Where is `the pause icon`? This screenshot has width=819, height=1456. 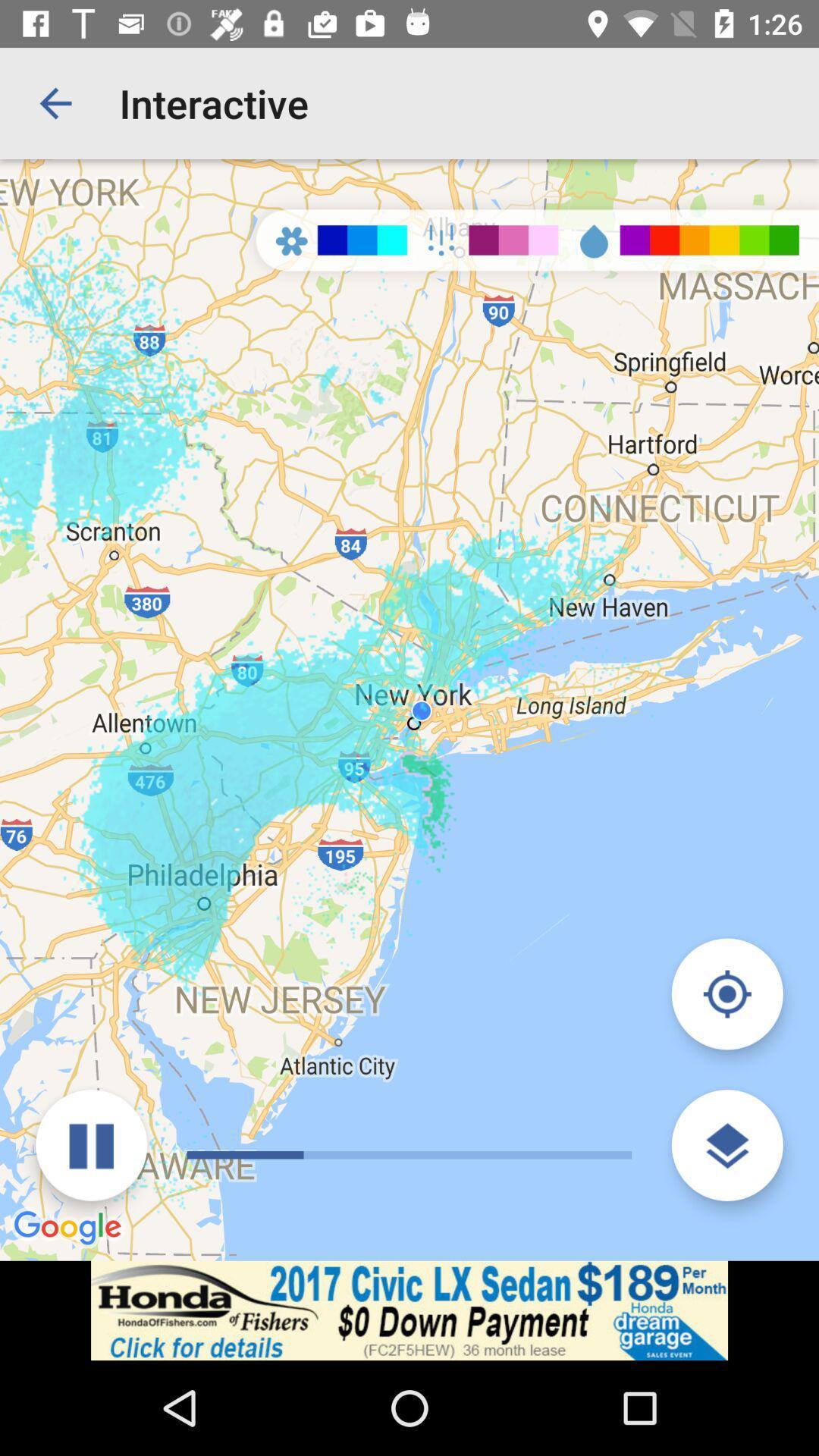 the pause icon is located at coordinates (91, 1145).